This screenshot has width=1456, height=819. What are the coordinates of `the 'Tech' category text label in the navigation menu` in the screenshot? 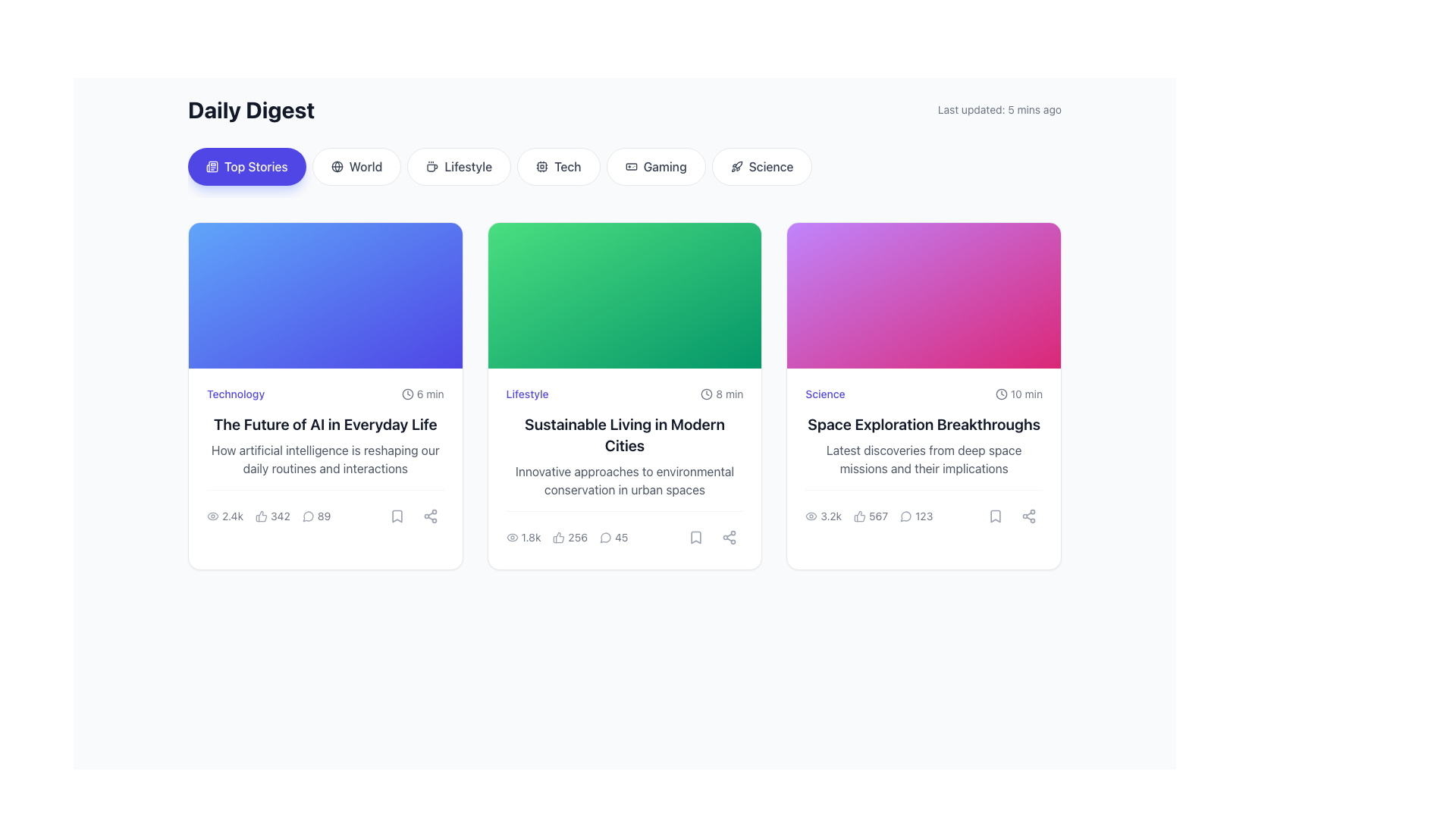 It's located at (566, 166).